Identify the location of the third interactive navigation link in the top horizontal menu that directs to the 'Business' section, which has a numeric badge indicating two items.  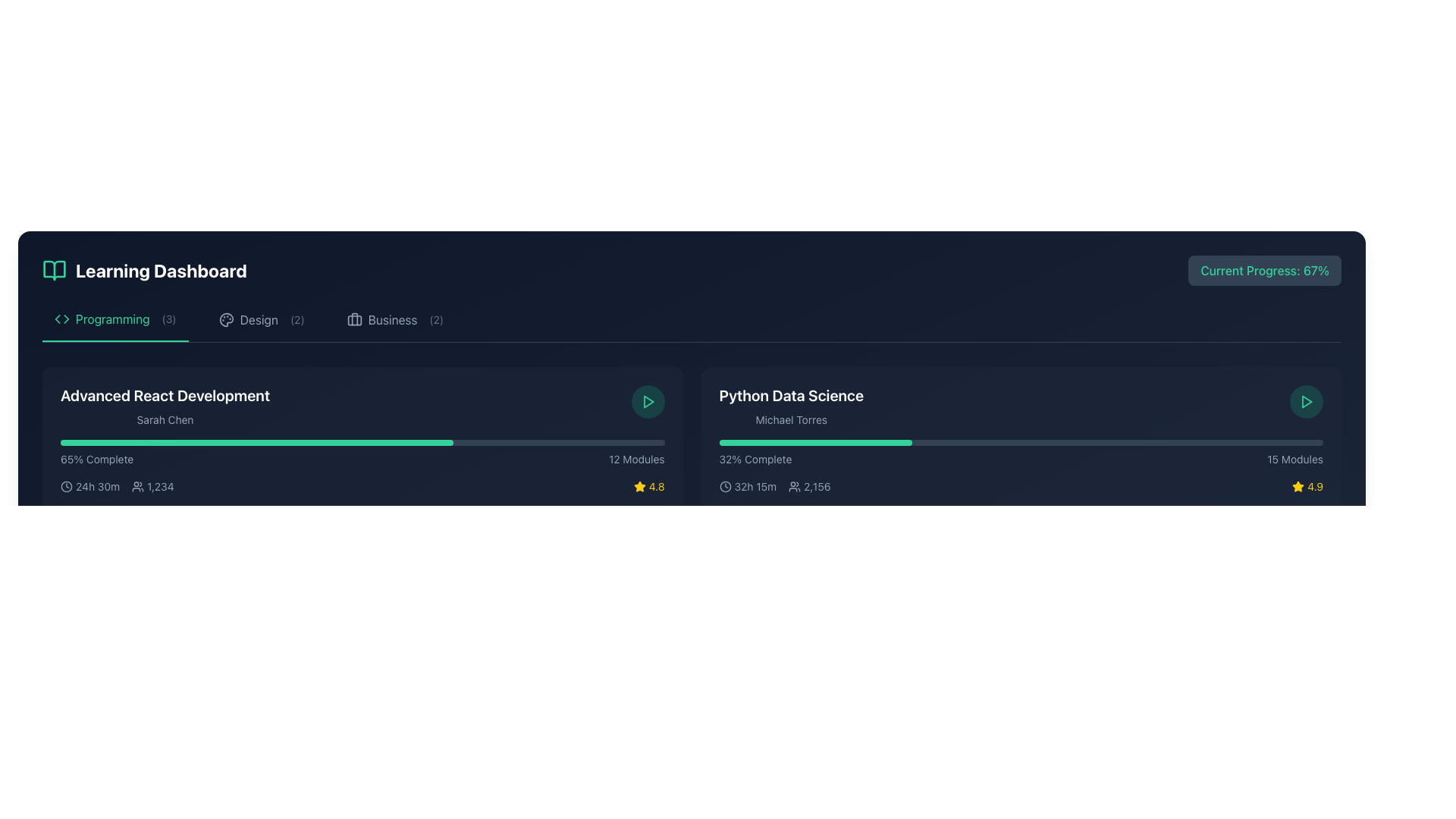
(395, 325).